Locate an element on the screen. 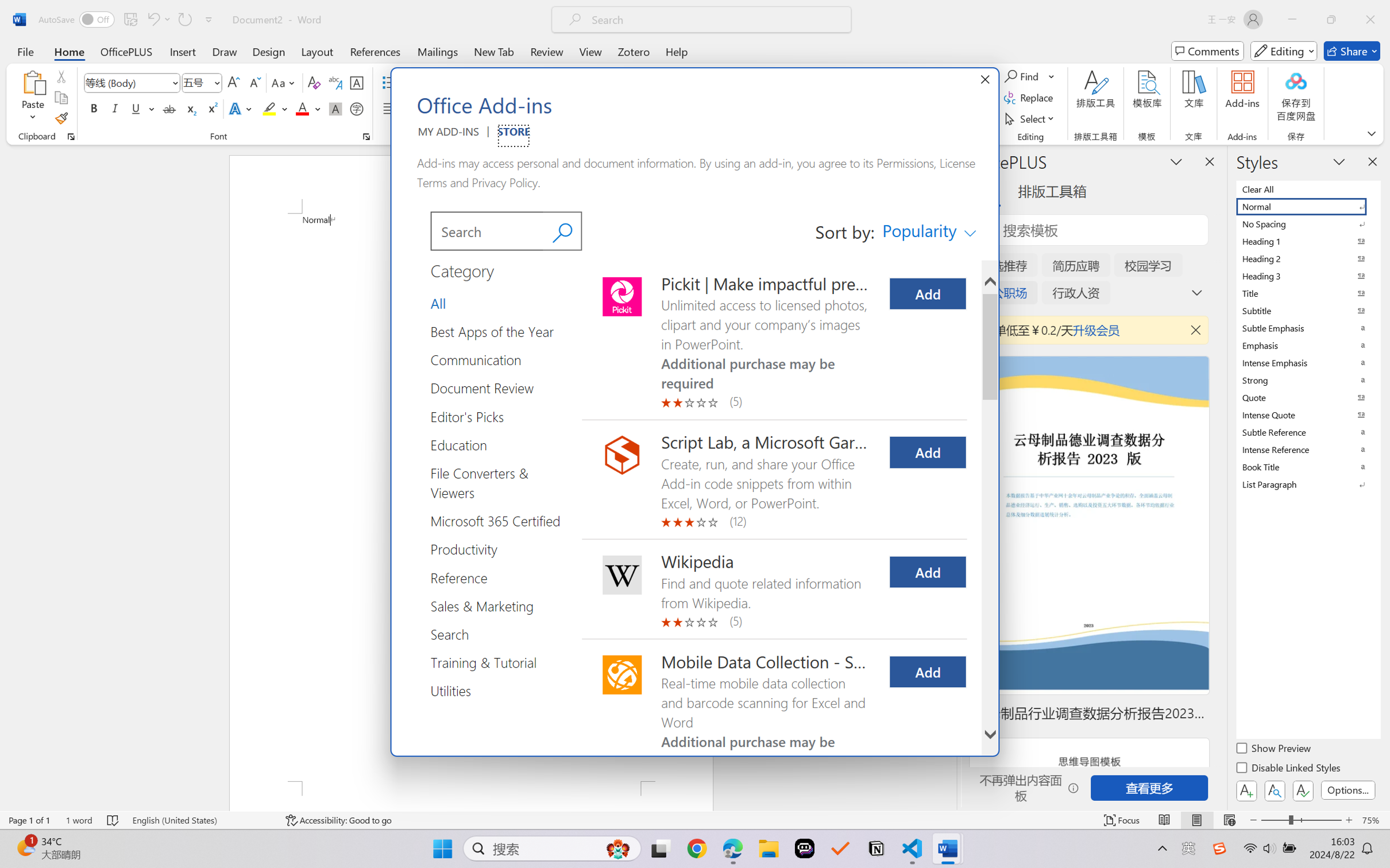  'Insert' is located at coordinates (182, 51).